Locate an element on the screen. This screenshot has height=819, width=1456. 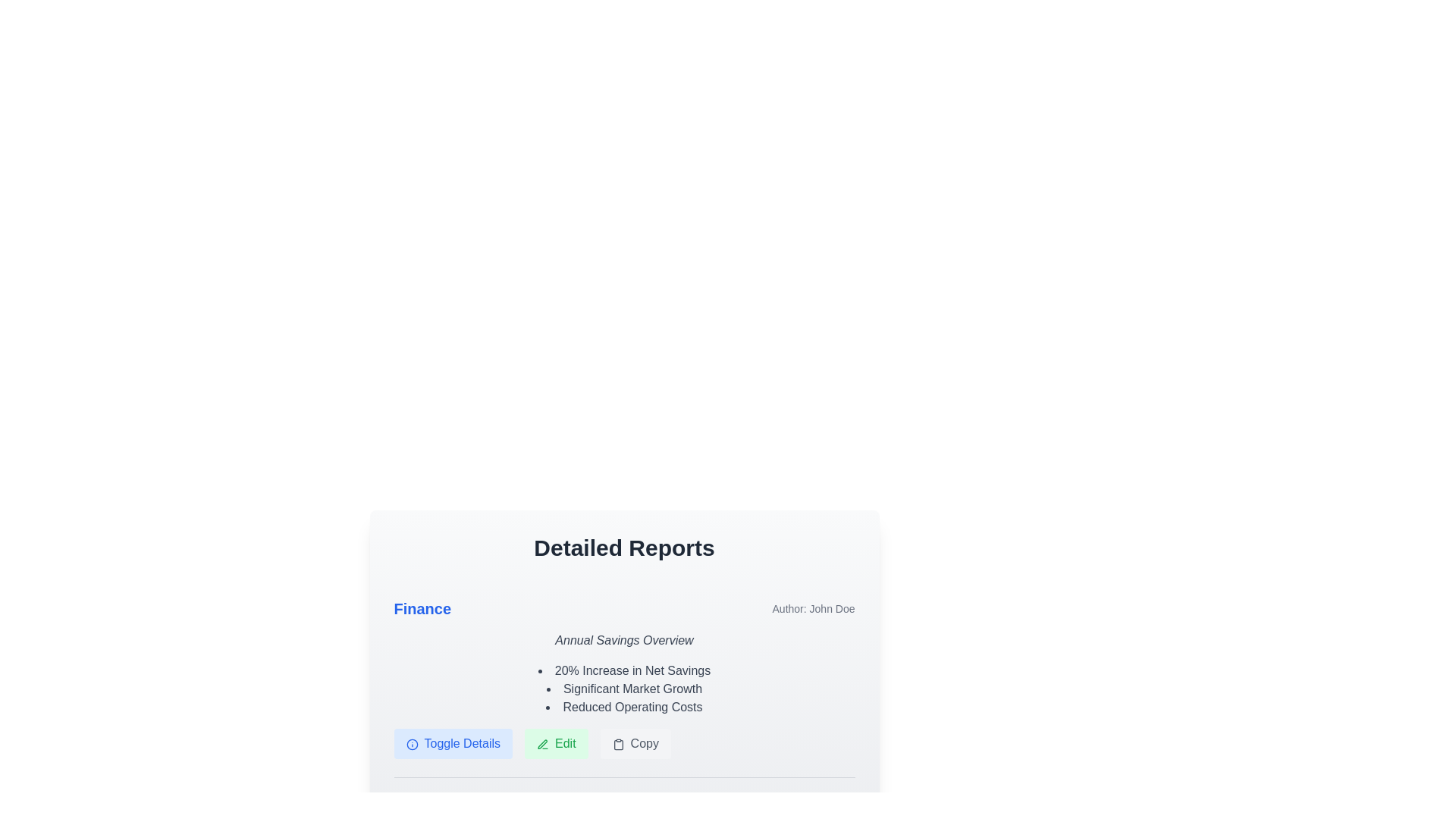
the 'Copy' button, which is the third button in a row of three interactive buttons below the annual savings overview list is located at coordinates (624, 742).